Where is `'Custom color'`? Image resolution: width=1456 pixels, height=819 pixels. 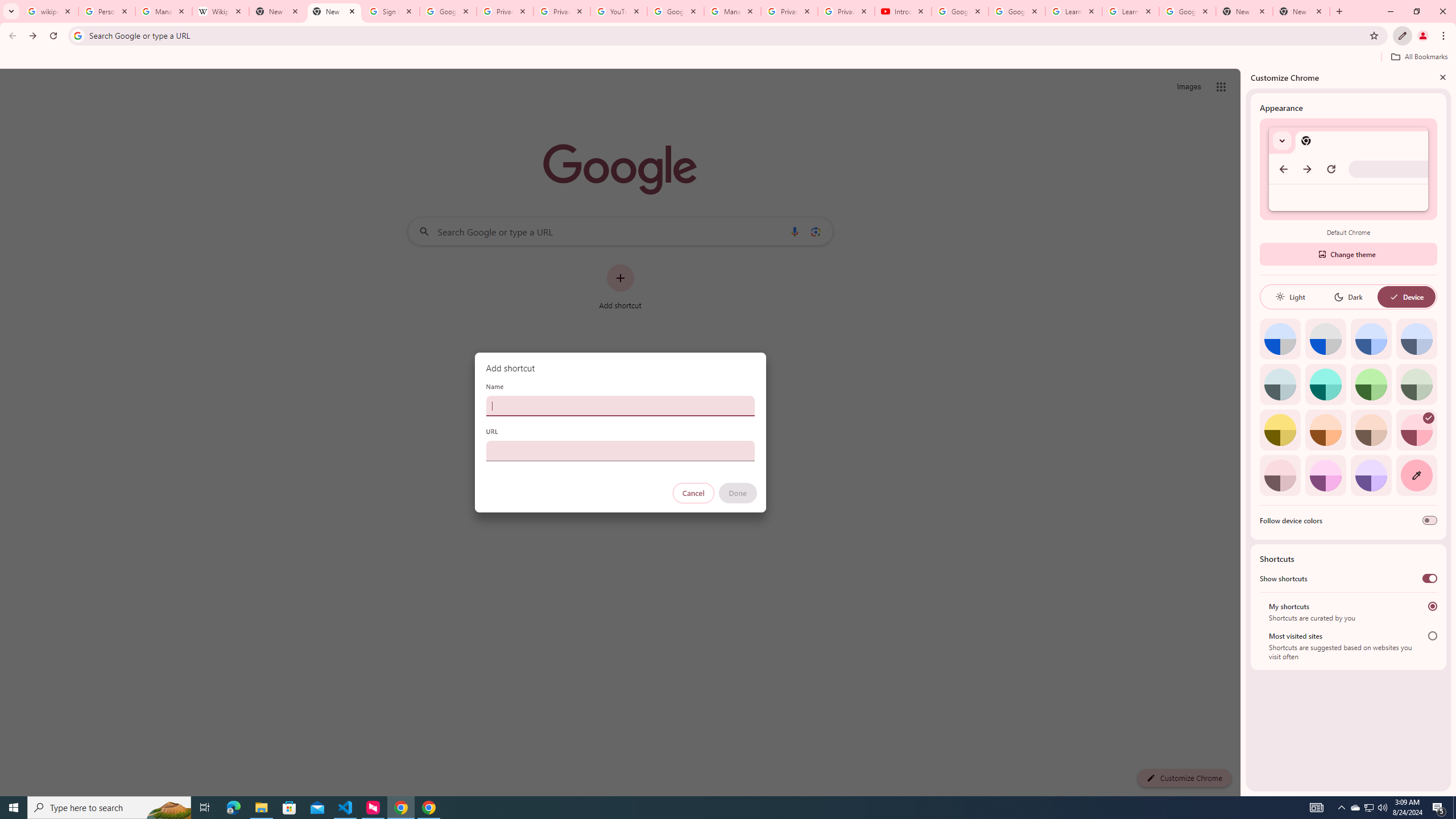
'Custom color' is located at coordinates (1416, 475).